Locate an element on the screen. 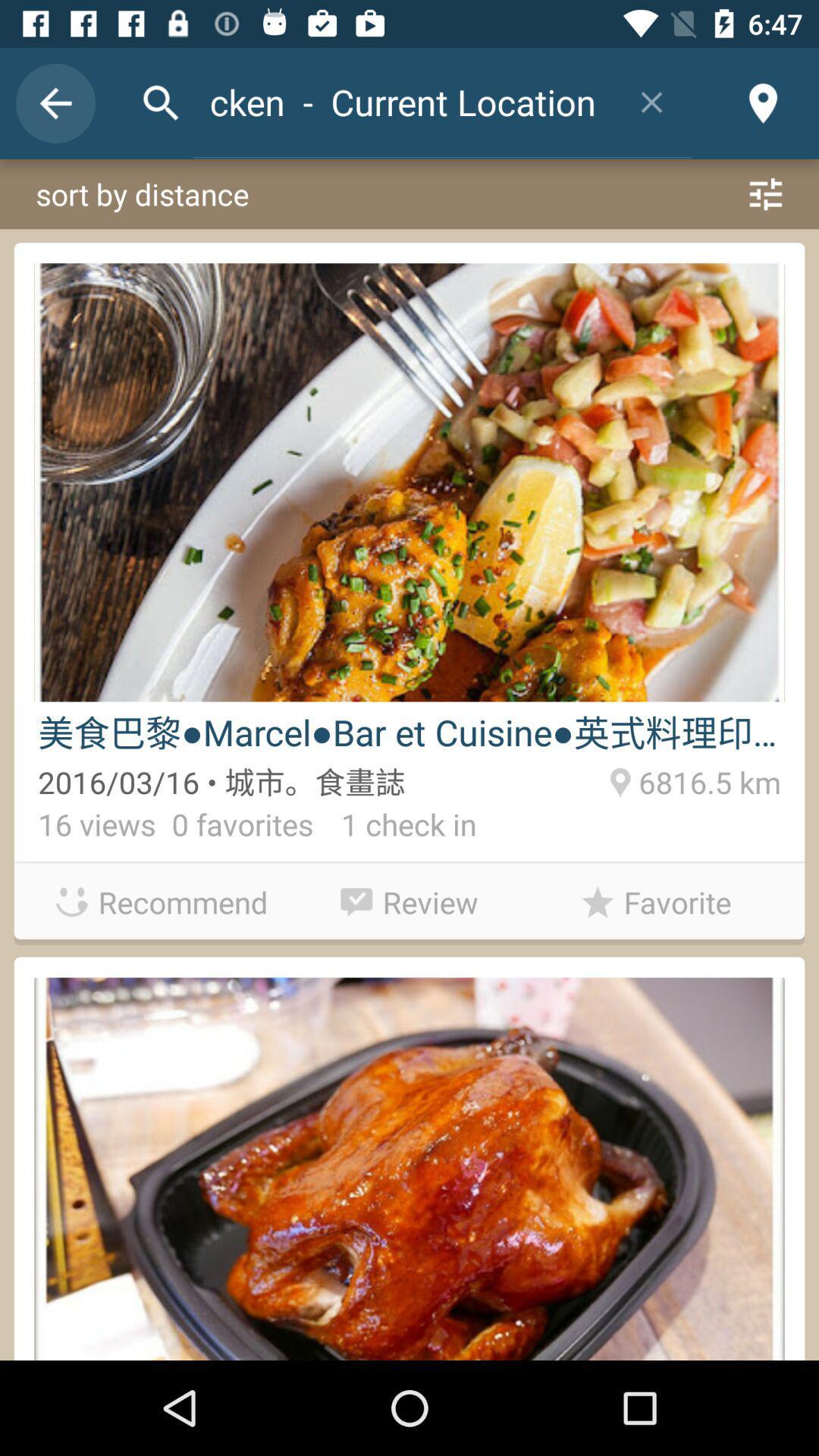 The image size is (819, 1456). item to the right of 0 favorites icon is located at coordinates (394, 827).